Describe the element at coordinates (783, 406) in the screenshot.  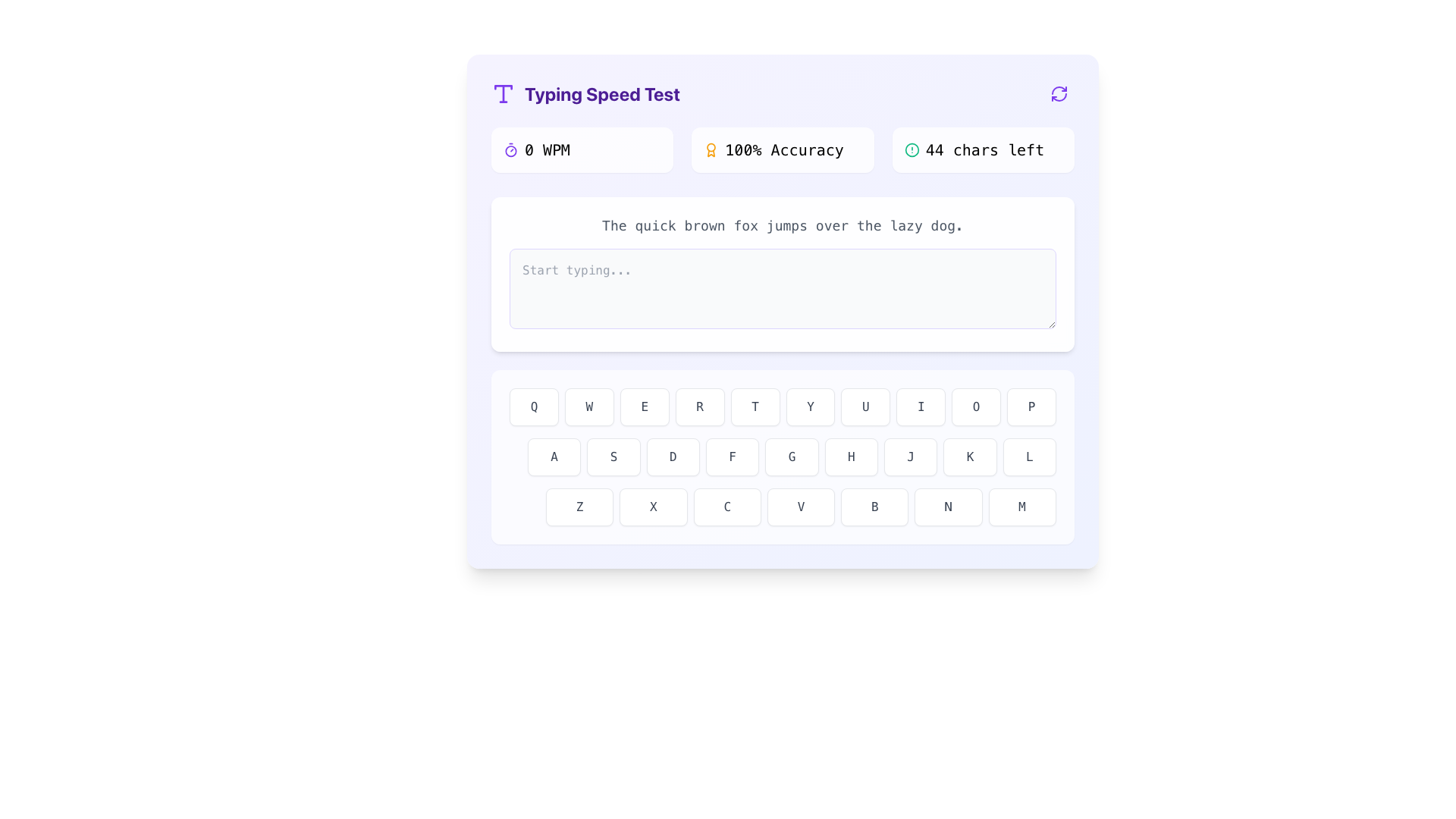
I see `the non-interactive keyboard key row element containing keys labeled Q, W, E, R, T, Y, U, I, O, P by moving the pointer to its center point` at that location.